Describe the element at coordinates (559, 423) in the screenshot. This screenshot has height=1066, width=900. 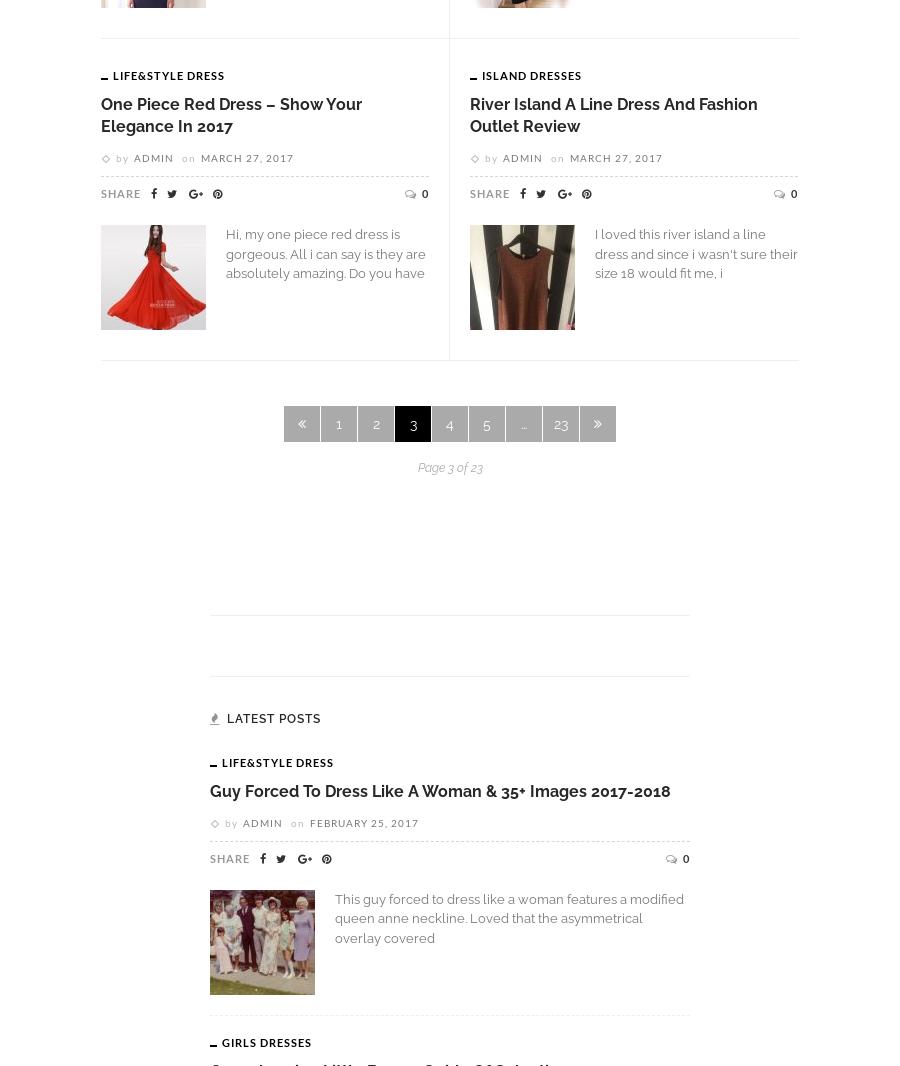
I see `'23'` at that location.